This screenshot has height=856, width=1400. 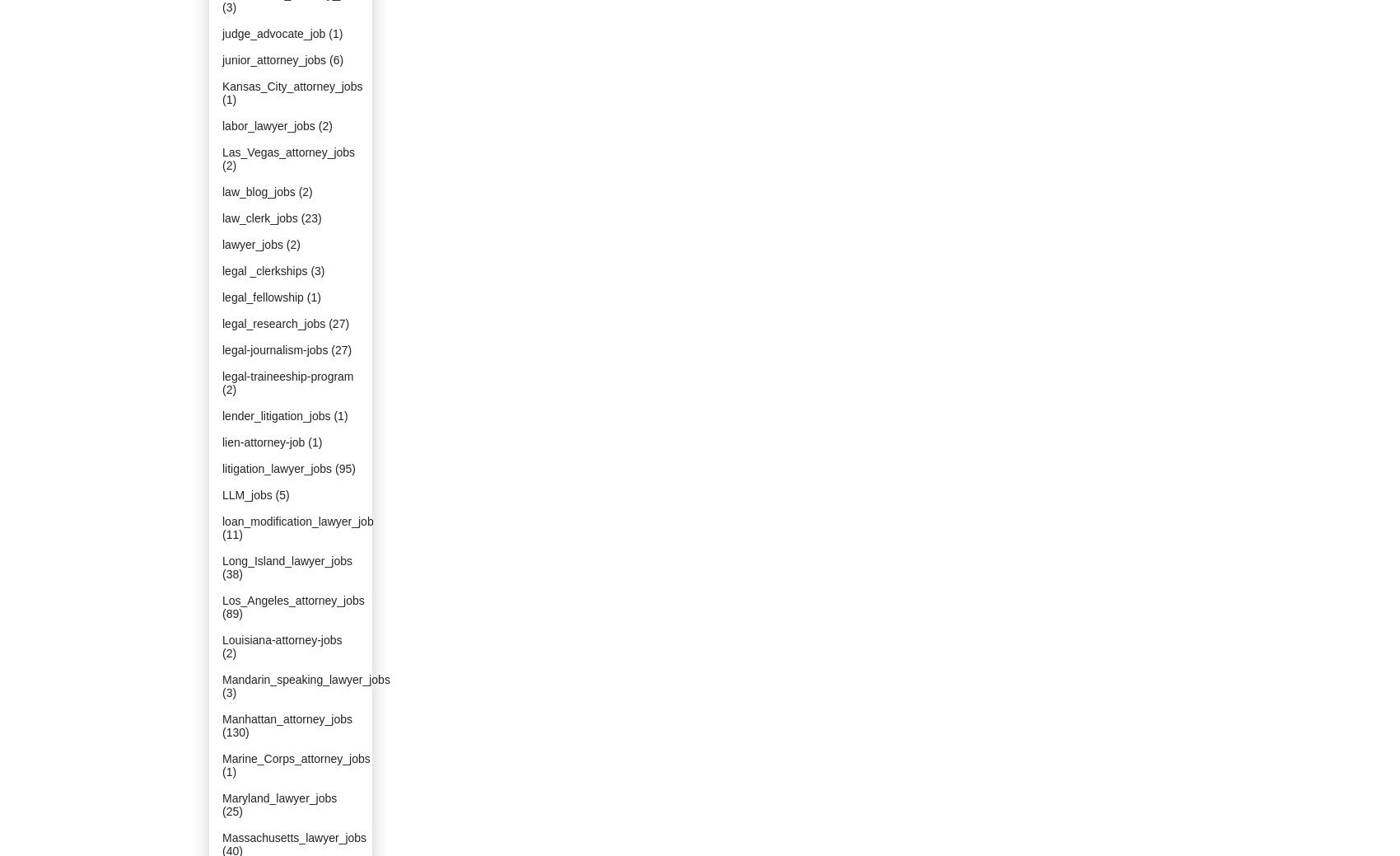 What do you see at coordinates (222, 678) in the screenshot?
I see `'Mandarin_speaking_lawyer_jobs'` at bounding box center [222, 678].